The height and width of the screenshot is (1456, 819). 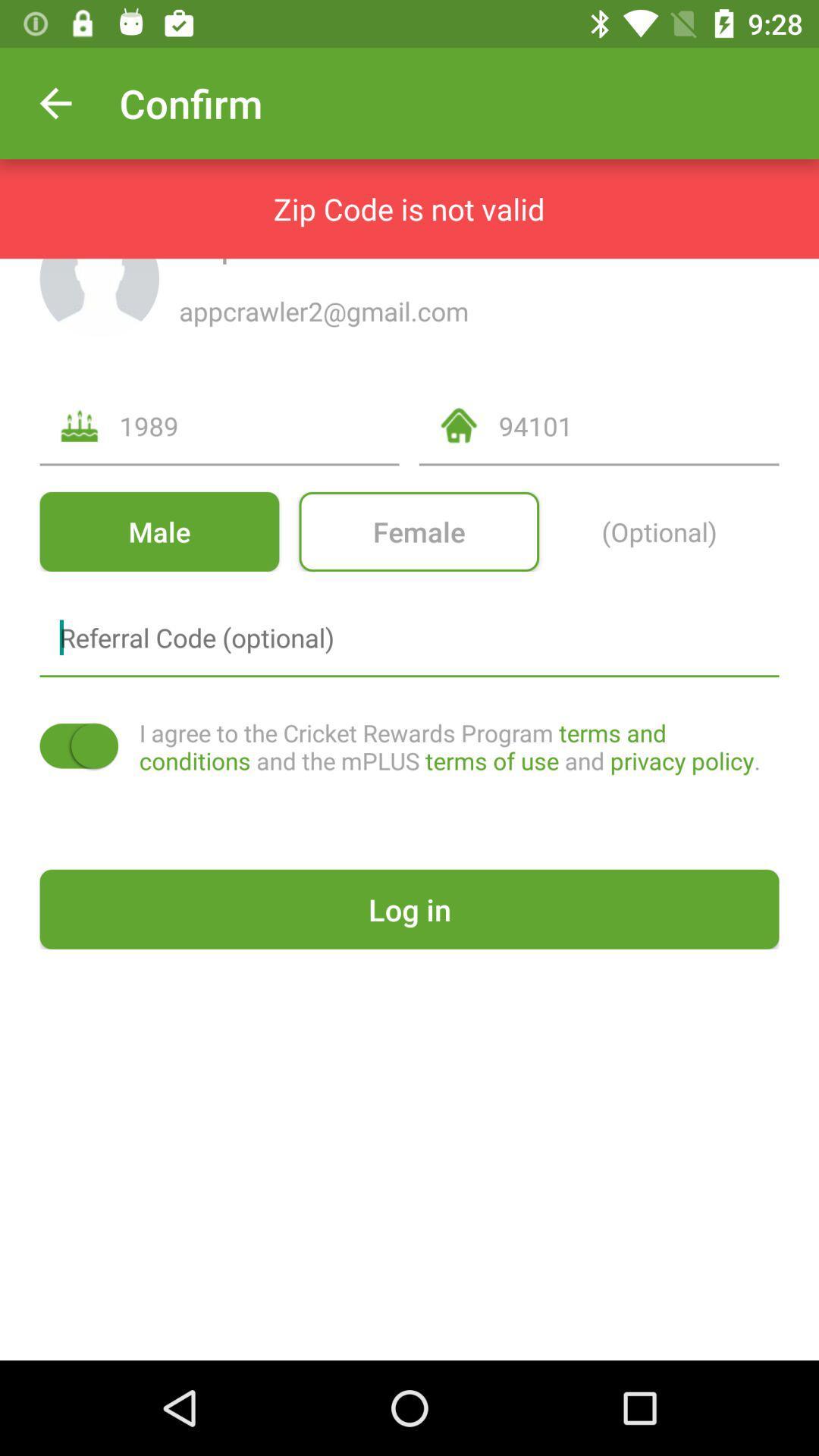 What do you see at coordinates (639, 425) in the screenshot?
I see `94101 item` at bounding box center [639, 425].